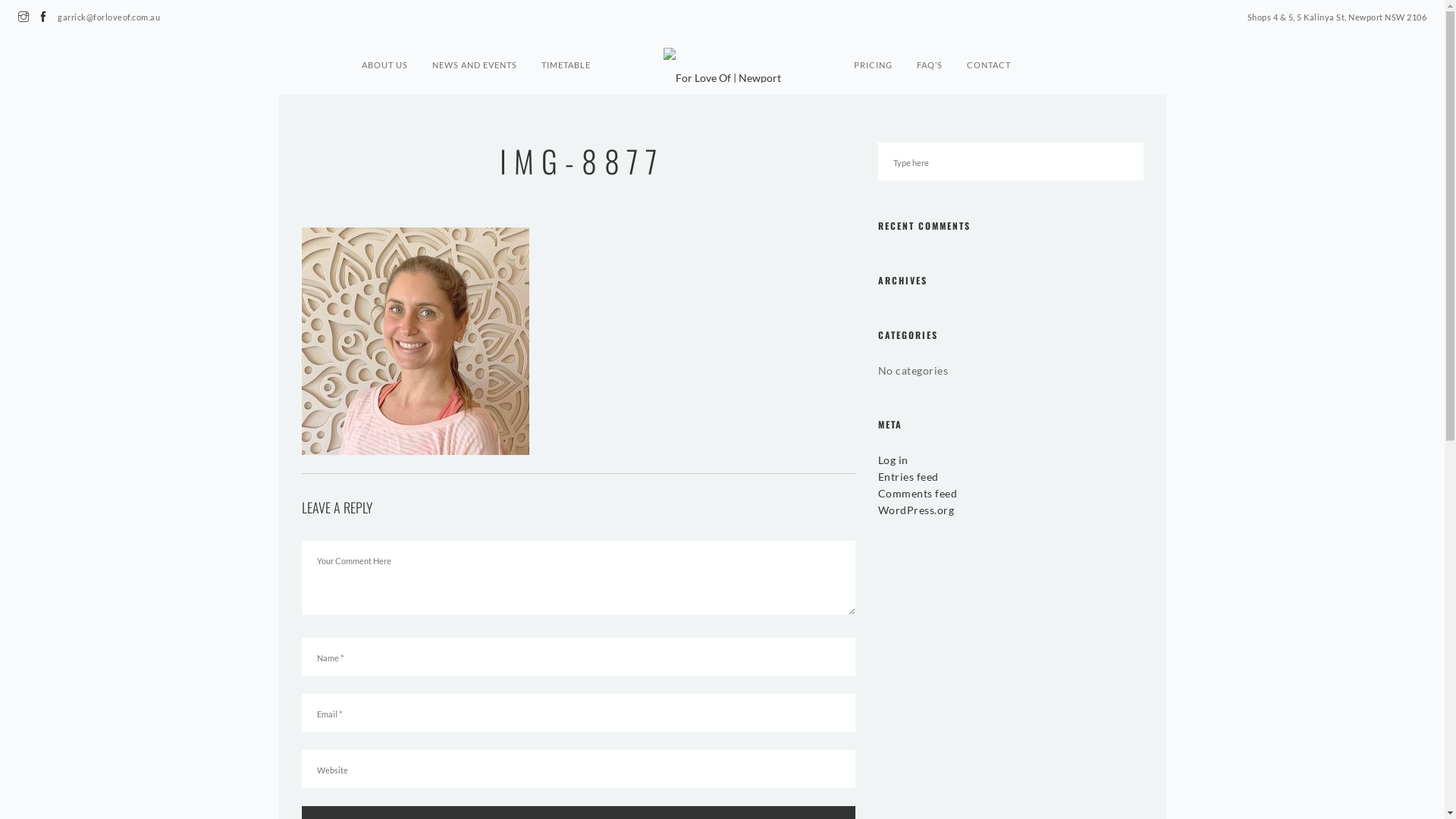 The height and width of the screenshot is (819, 1456). I want to click on 'Log in', so click(893, 459).